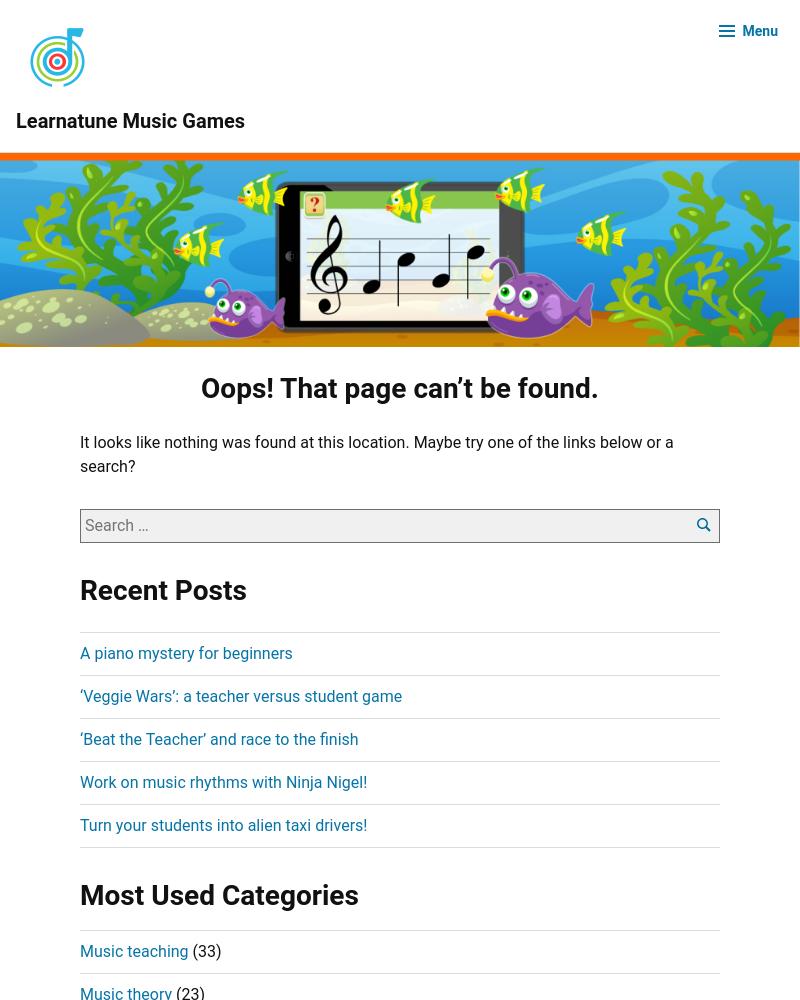  I want to click on 'Learnatune Music Games', so click(129, 120).